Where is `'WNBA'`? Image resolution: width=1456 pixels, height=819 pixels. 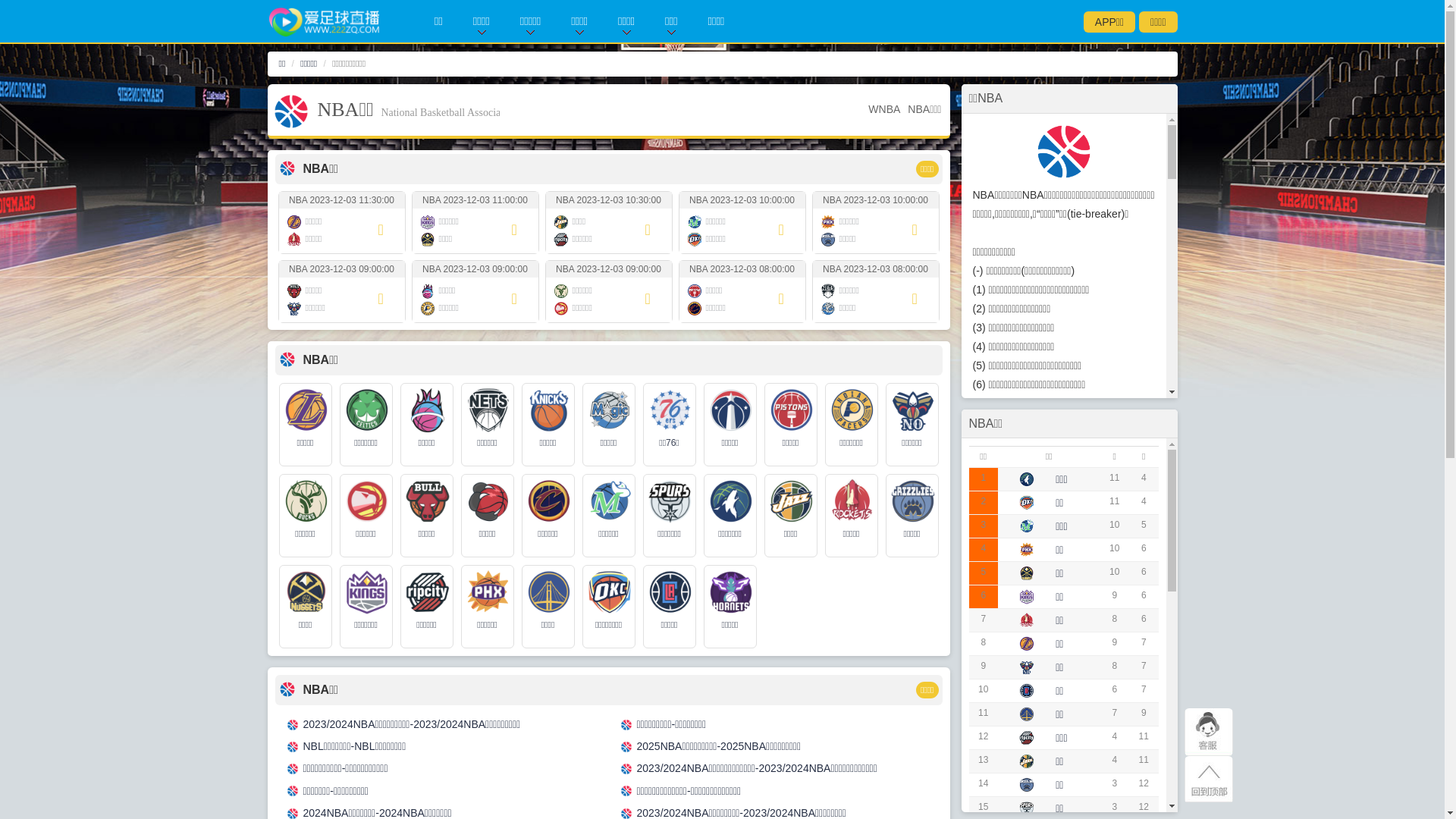 'WNBA' is located at coordinates (884, 108).